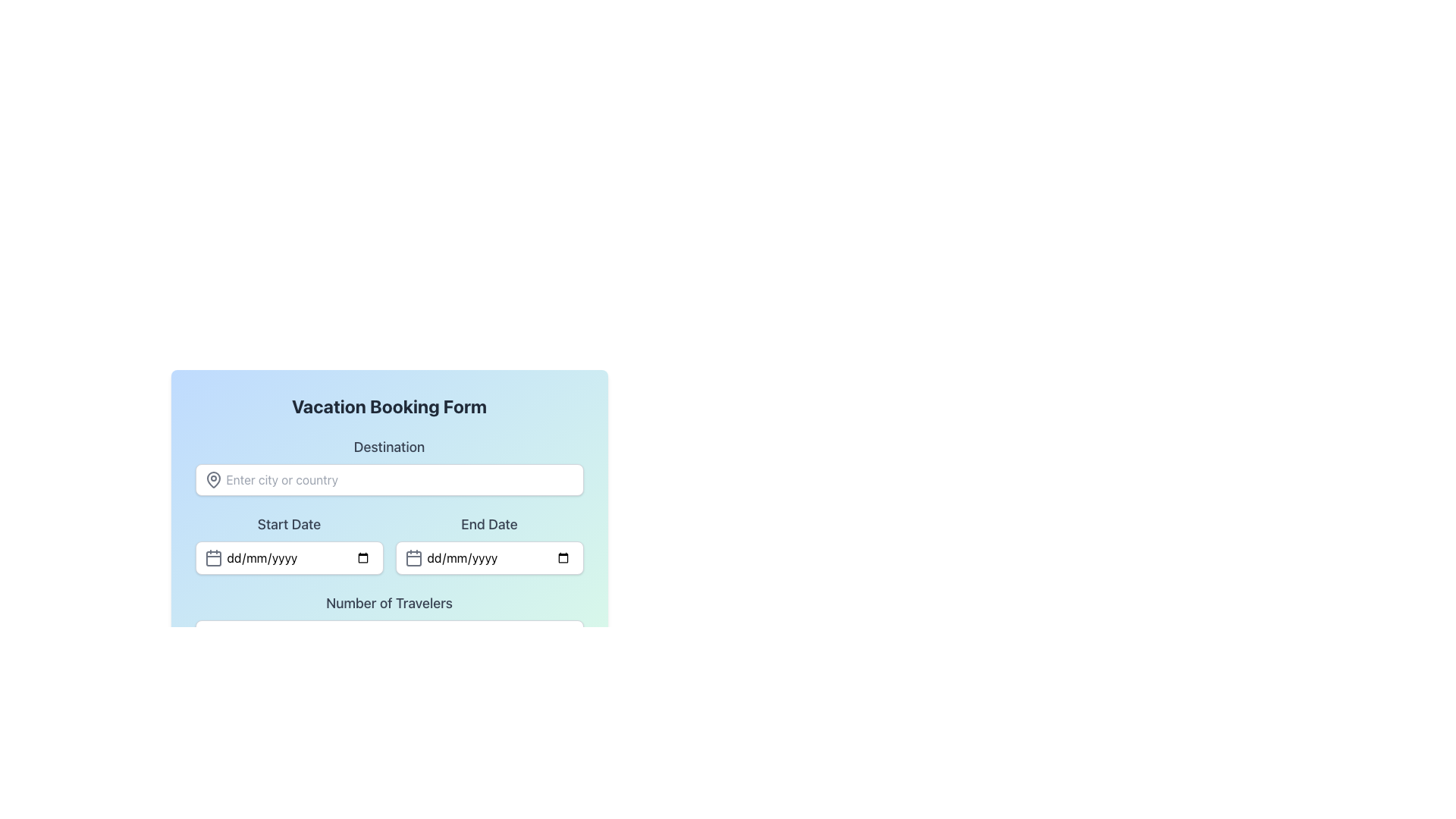  Describe the element at coordinates (289, 558) in the screenshot. I see `the Date Input Field below the 'Start Date' label to focus and open the date picker for event or booking specifications` at that location.